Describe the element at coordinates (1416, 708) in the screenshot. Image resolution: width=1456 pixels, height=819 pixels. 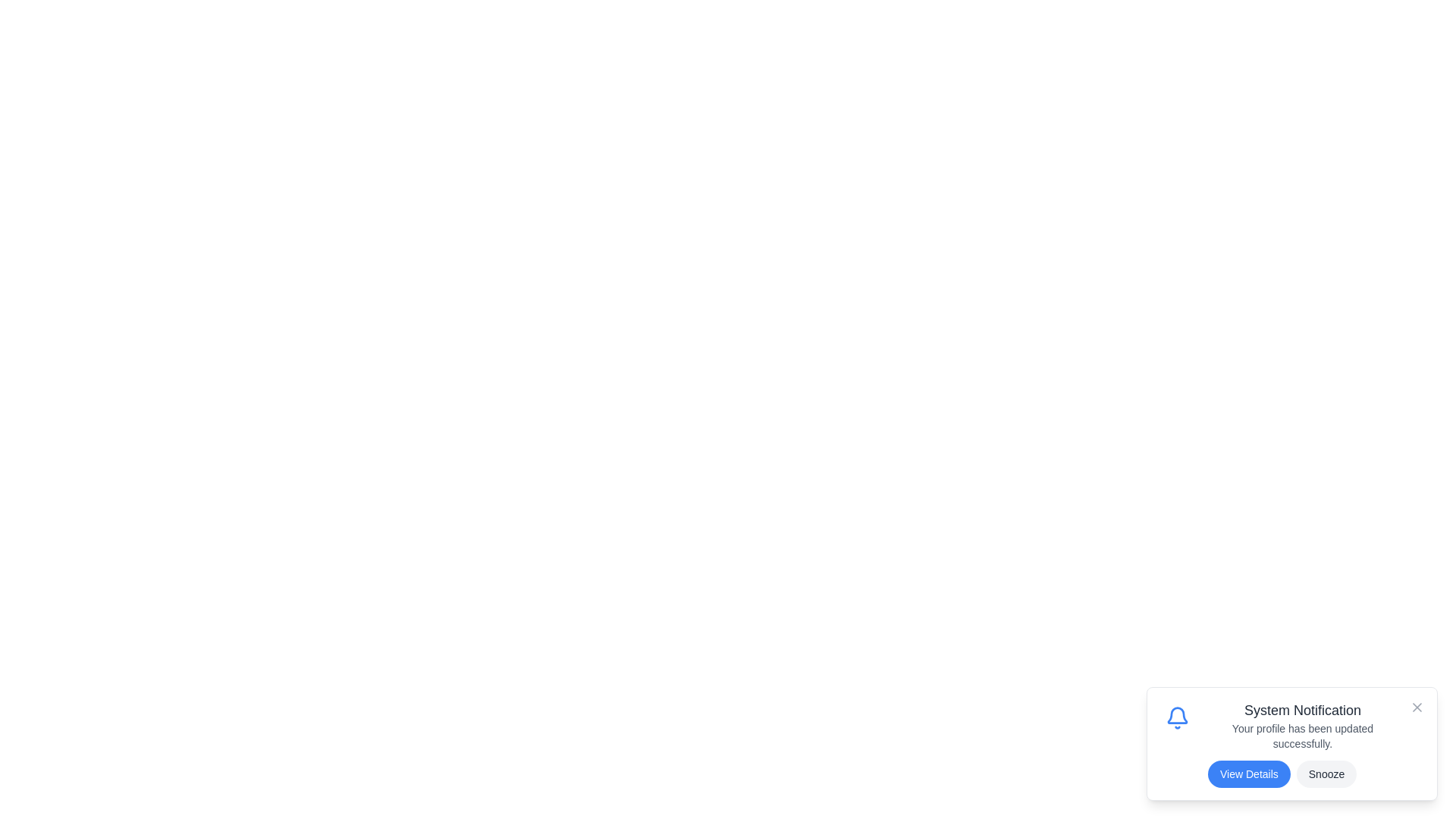
I see `the close button located in the rightmost section of the notification card's header` at that location.